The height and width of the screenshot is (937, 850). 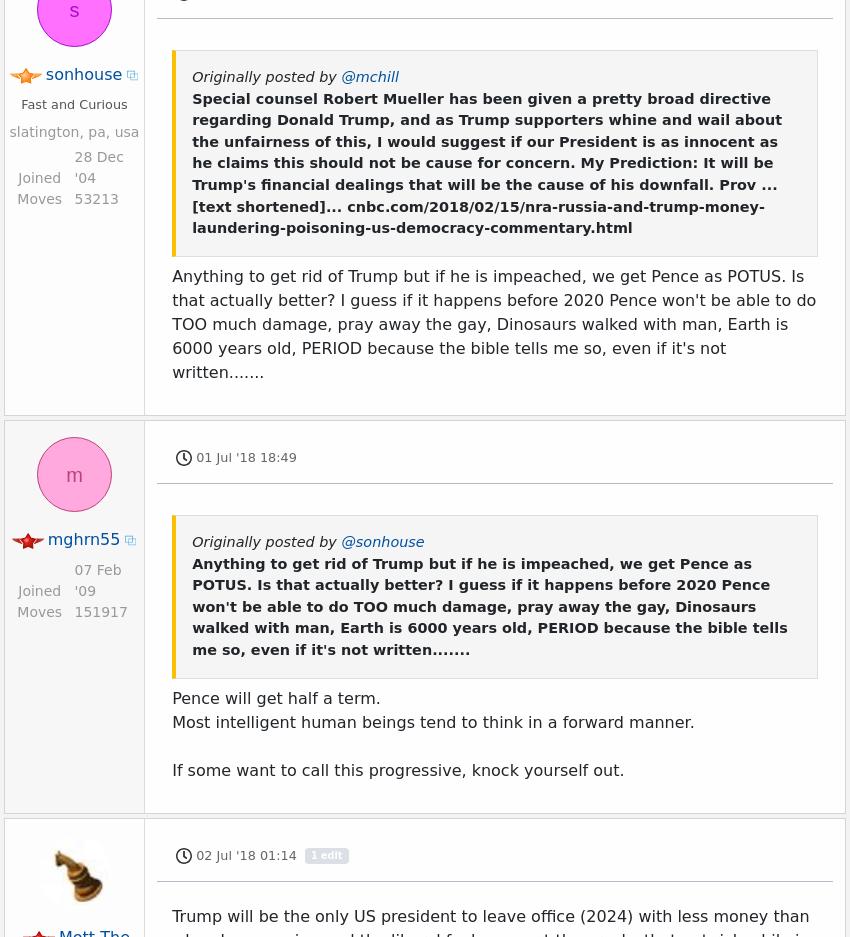 What do you see at coordinates (294, 38) in the screenshot?
I see `'"Beat the crap out of that guy"'` at bounding box center [294, 38].